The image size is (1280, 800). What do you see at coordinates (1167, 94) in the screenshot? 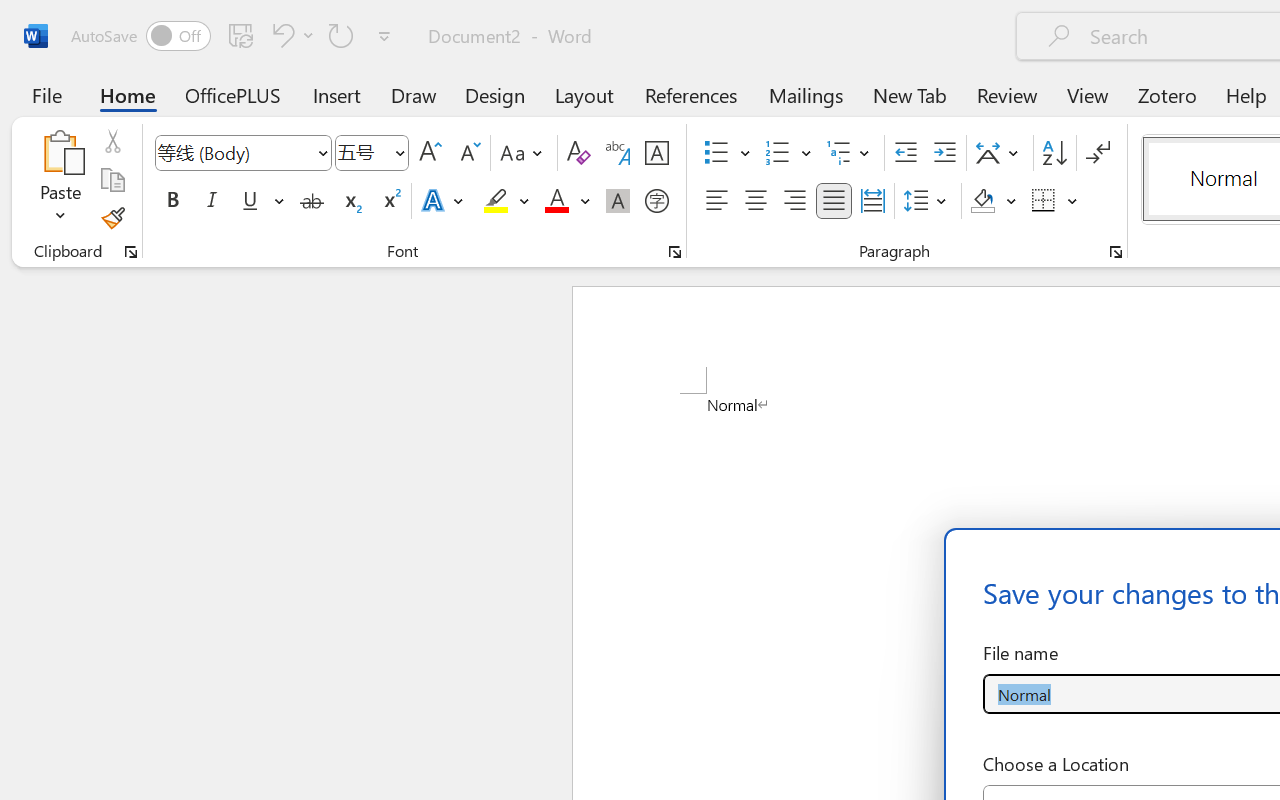
I see `'Zotero'` at bounding box center [1167, 94].